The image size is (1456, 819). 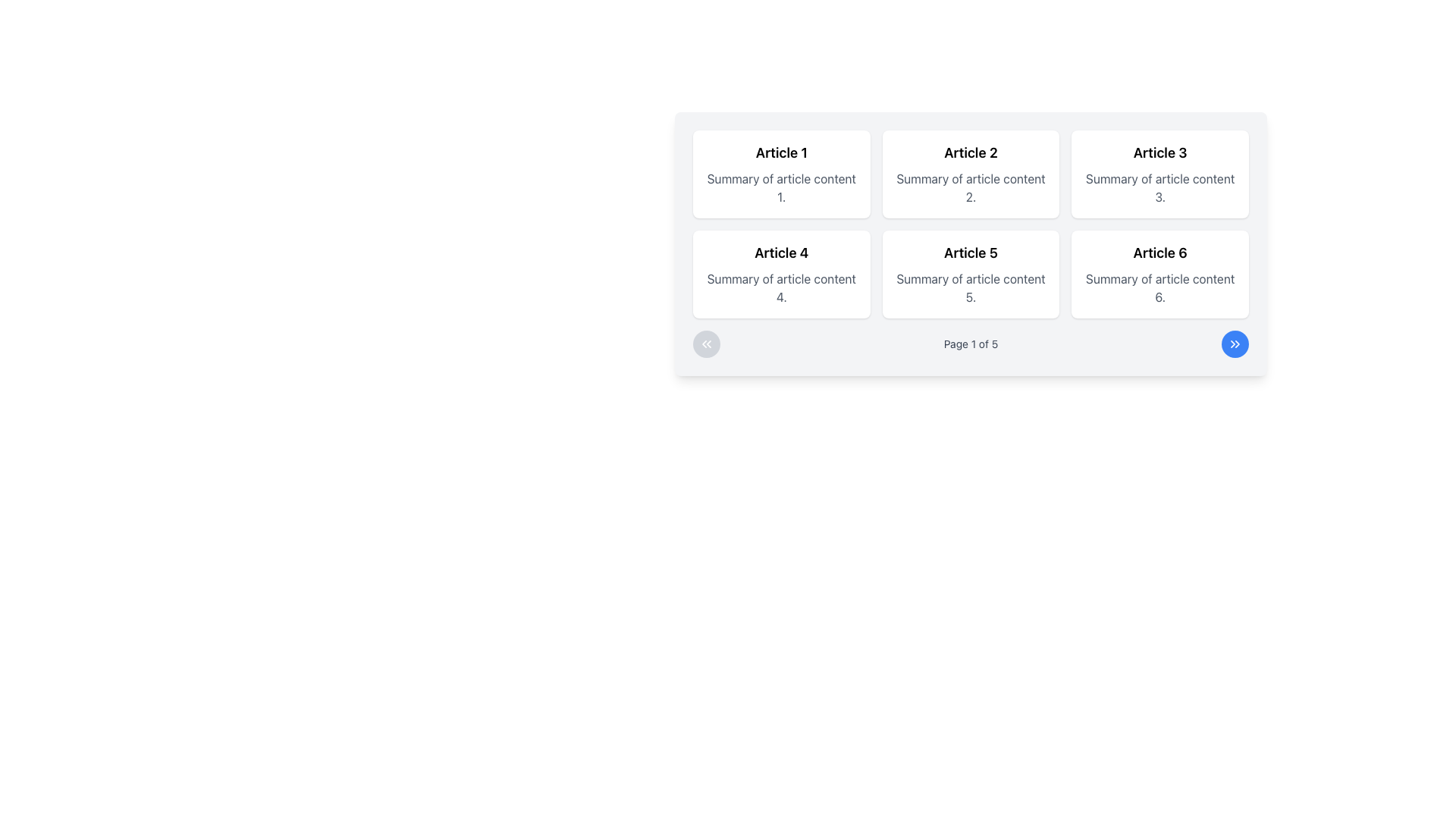 I want to click on the title text 'Article 1' inside the first content card of the grid layout, which is styled prominently and located at the top-left corner, so click(x=781, y=152).